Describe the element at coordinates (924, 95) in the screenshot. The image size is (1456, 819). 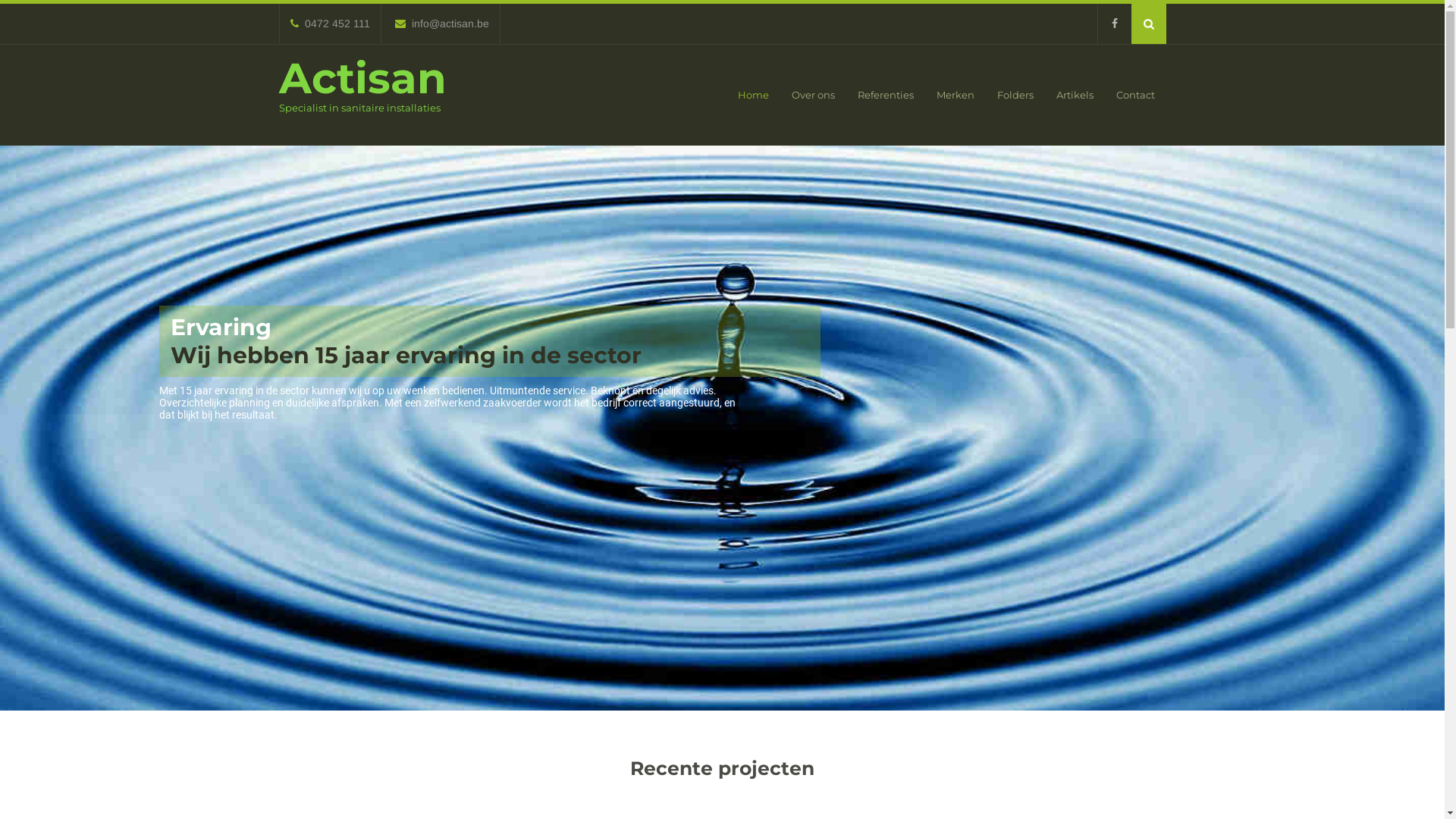
I see `'Merken'` at that location.